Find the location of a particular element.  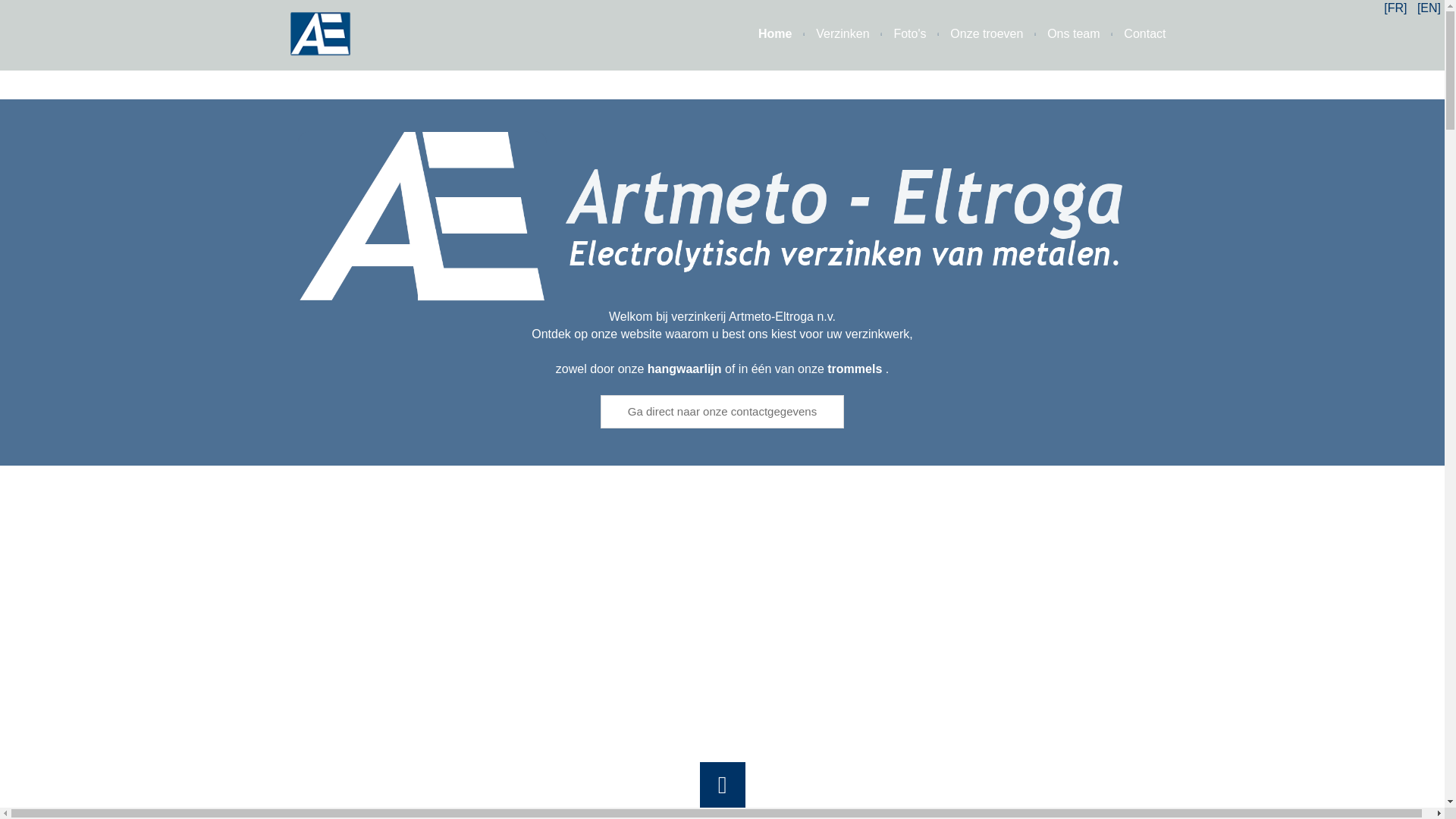

'Ons team' is located at coordinates (1060, 34).